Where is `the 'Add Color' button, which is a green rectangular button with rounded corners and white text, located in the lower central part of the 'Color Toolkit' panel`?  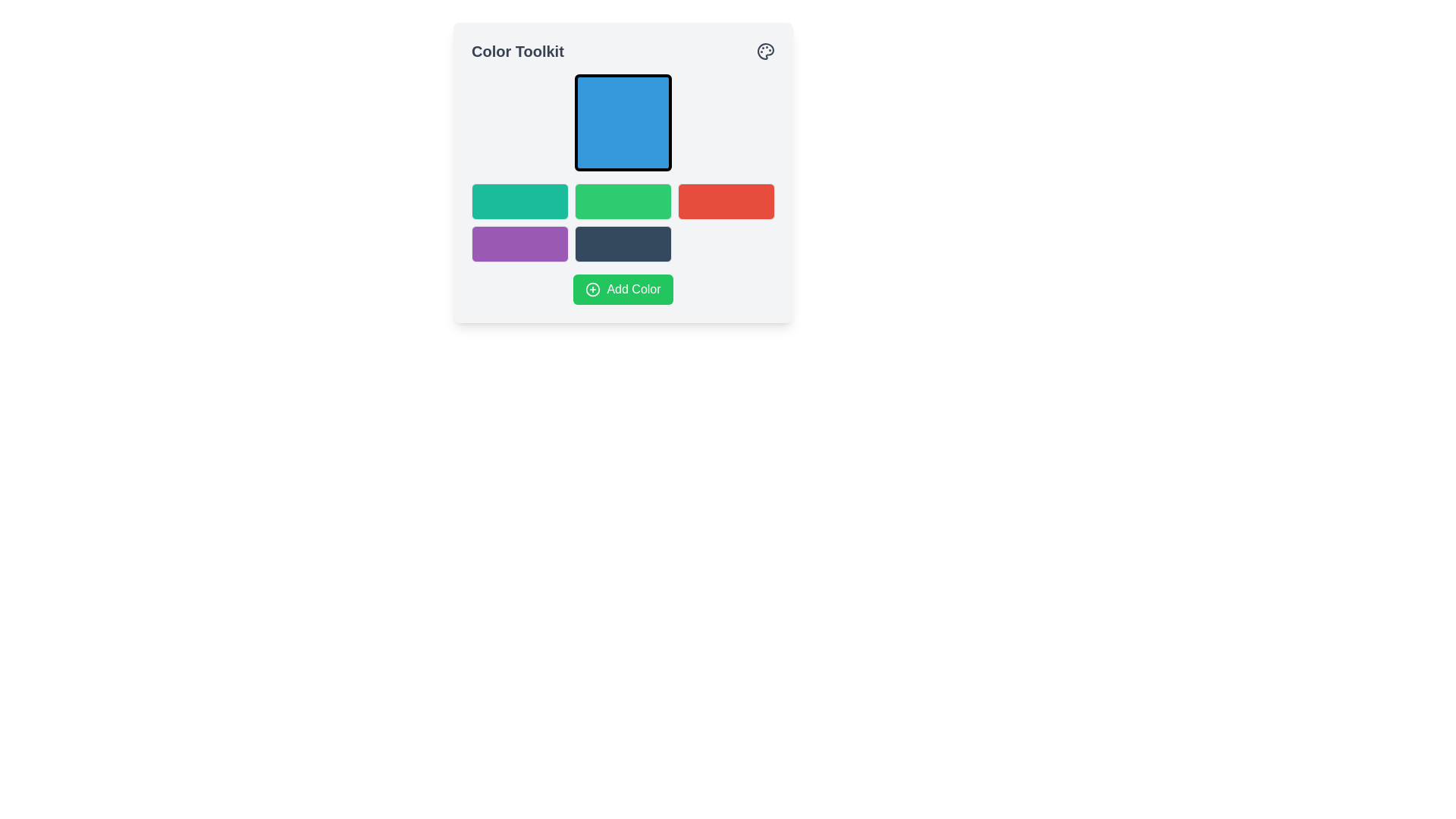 the 'Add Color' button, which is a green rectangular button with rounded corners and white text, located in the lower central part of the 'Color Toolkit' panel is located at coordinates (623, 289).